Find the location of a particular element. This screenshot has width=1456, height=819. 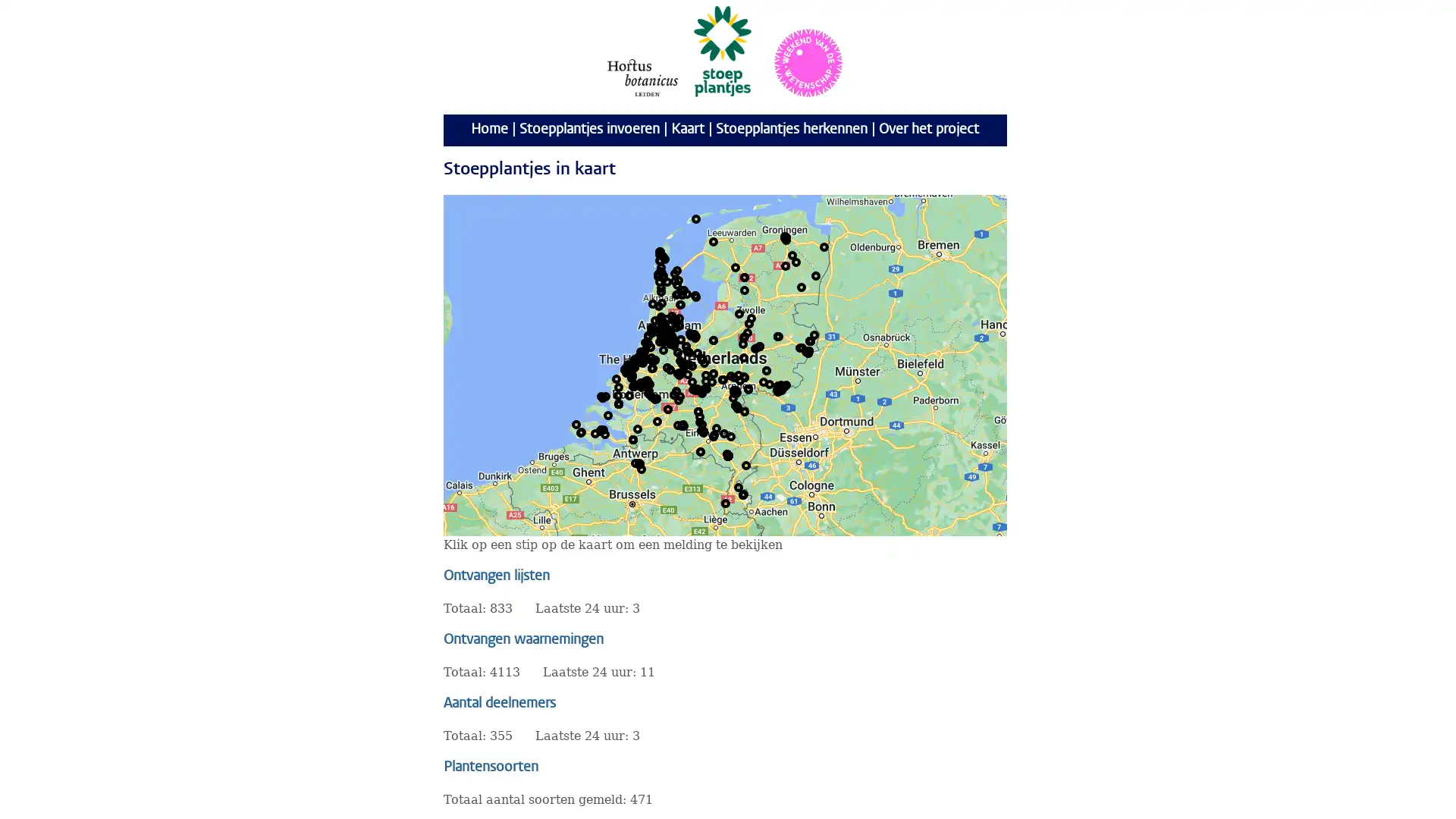

Telling van Mien Kluiters op 14 oktober 2021 is located at coordinates (643, 356).